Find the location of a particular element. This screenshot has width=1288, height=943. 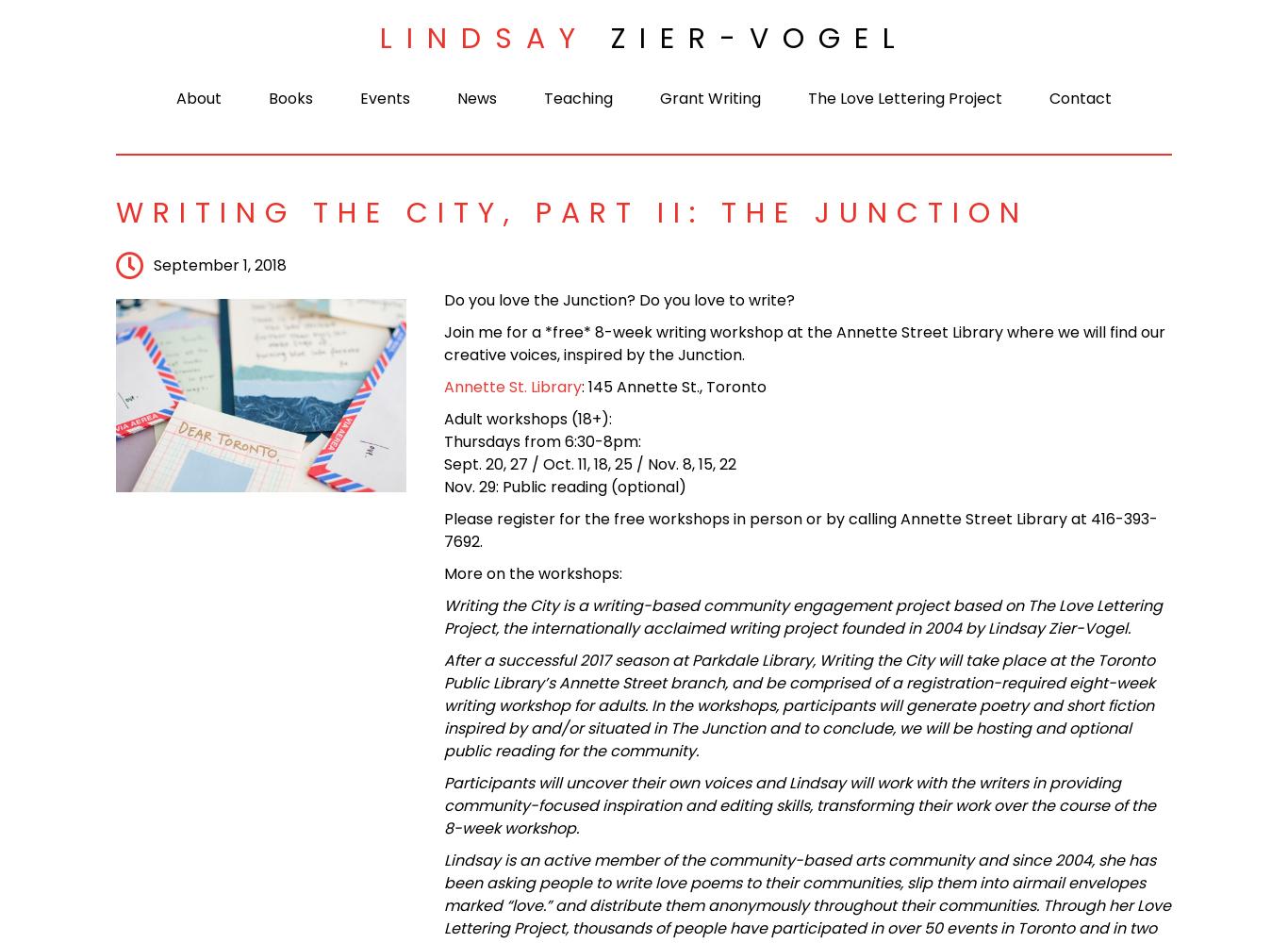

'Writing the City, Part II: The Junction' is located at coordinates (114, 212).